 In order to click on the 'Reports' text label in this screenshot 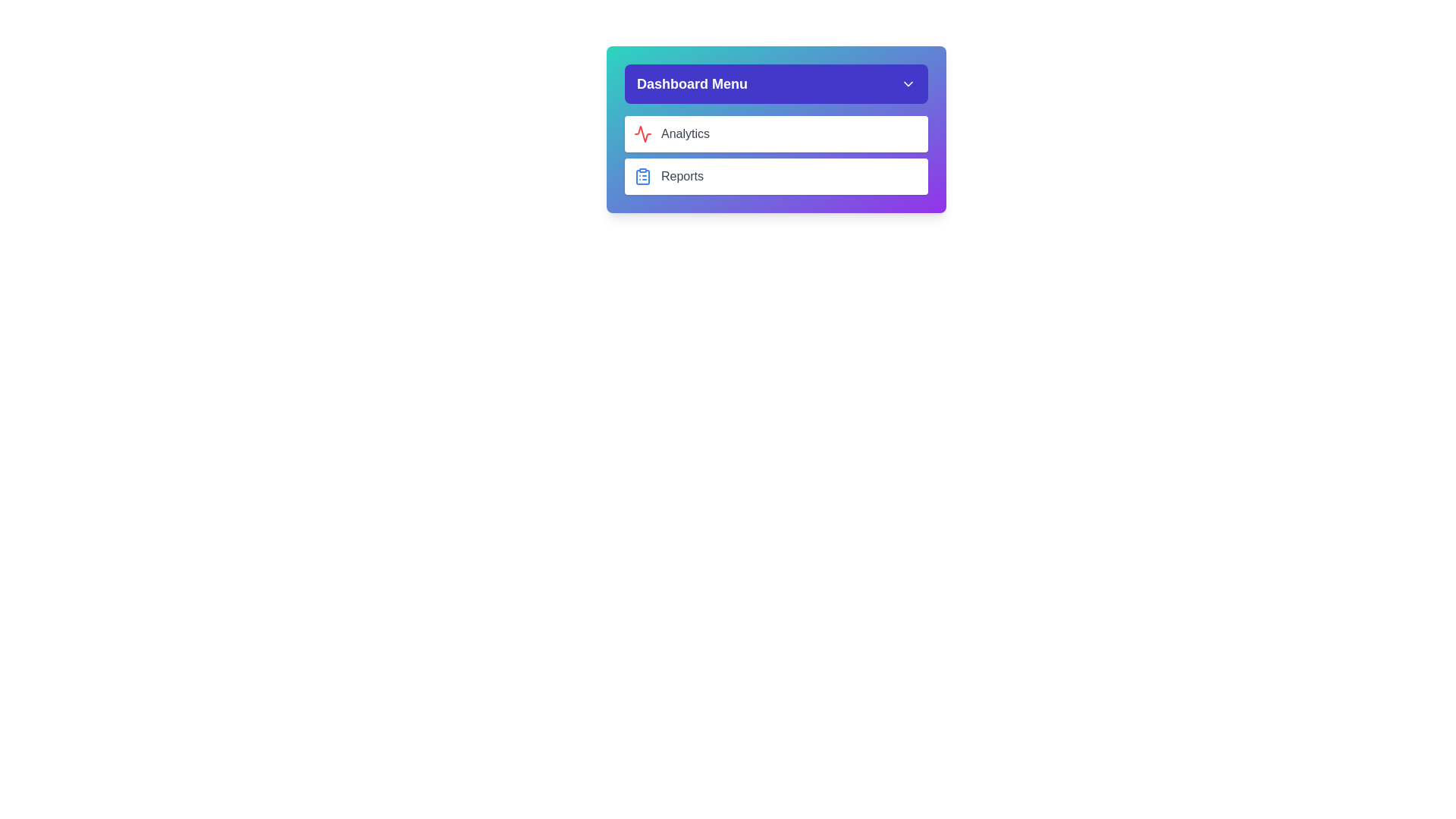, I will do `click(682, 175)`.